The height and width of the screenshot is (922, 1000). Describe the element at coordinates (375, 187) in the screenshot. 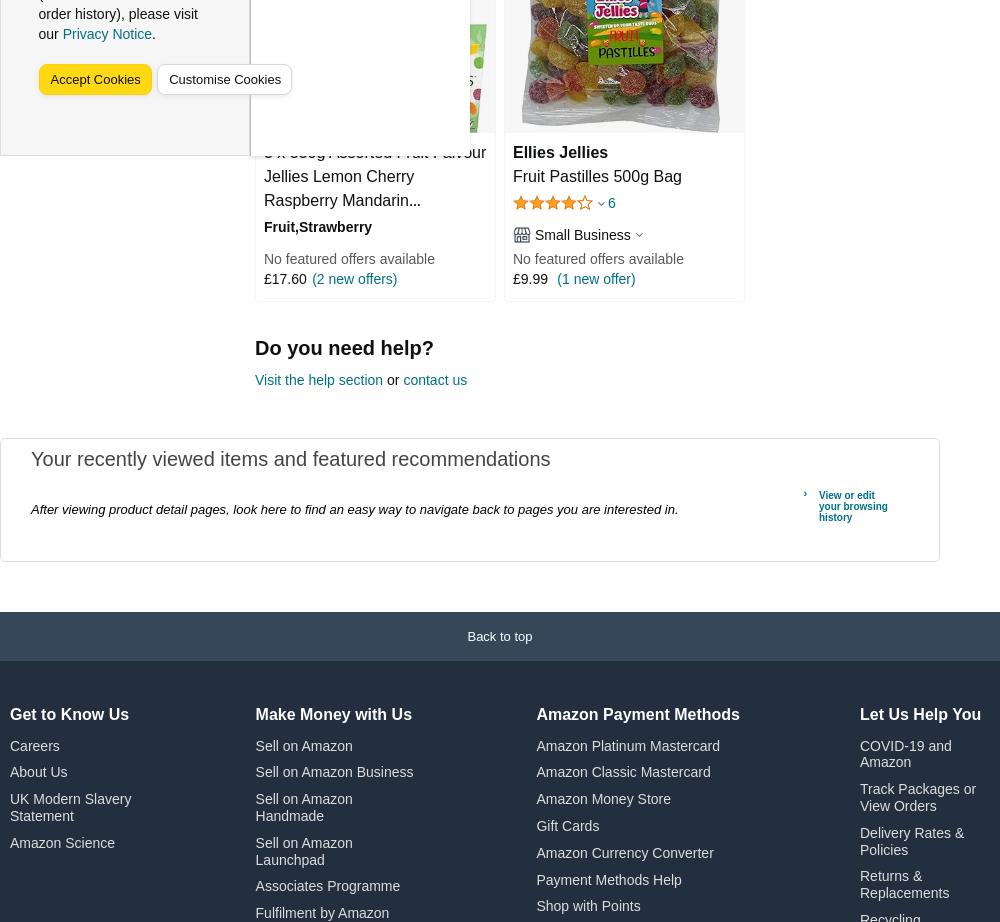

I see `'3 x 350g Assorted Fruit Falvour Jellies Lemon Cherry Raspberry Mandarin Strawberry Lime Jelly Fruits'` at that location.